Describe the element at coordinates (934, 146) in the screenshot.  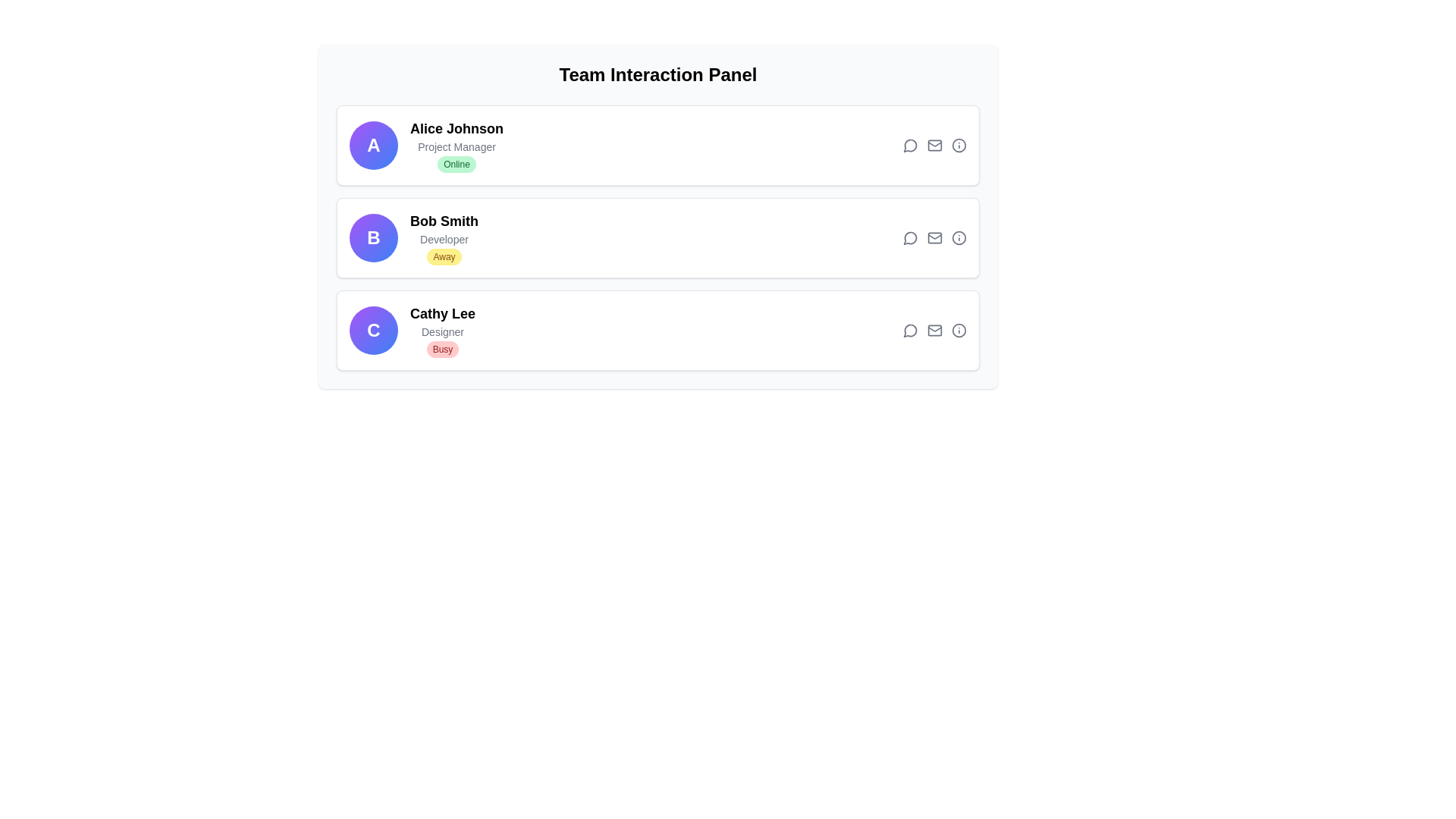
I see `the mail icon, which is part of the interactive button representing the body of an envelope, located to the right of the top user card for 'Alice Johnson' in the Team Interaction Panel` at that location.